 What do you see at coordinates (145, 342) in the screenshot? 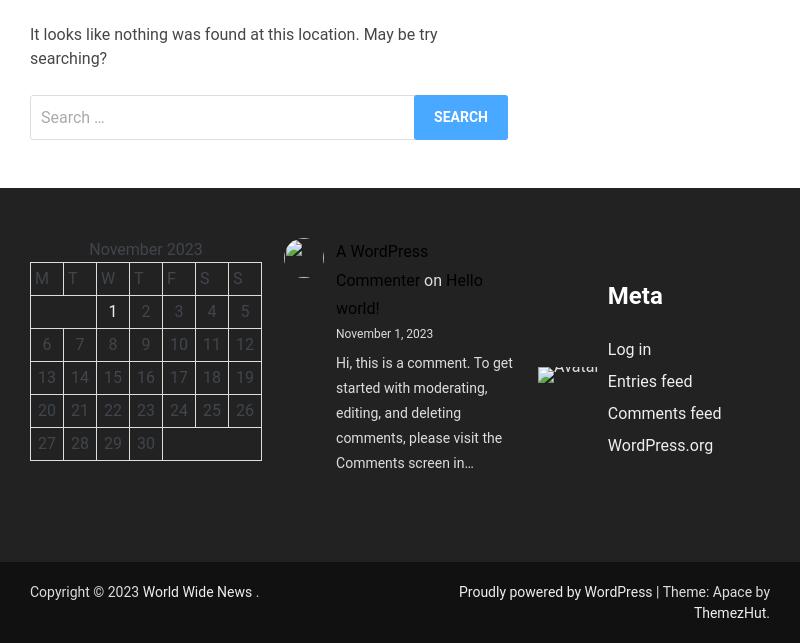
I see `'9'` at bounding box center [145, 342].